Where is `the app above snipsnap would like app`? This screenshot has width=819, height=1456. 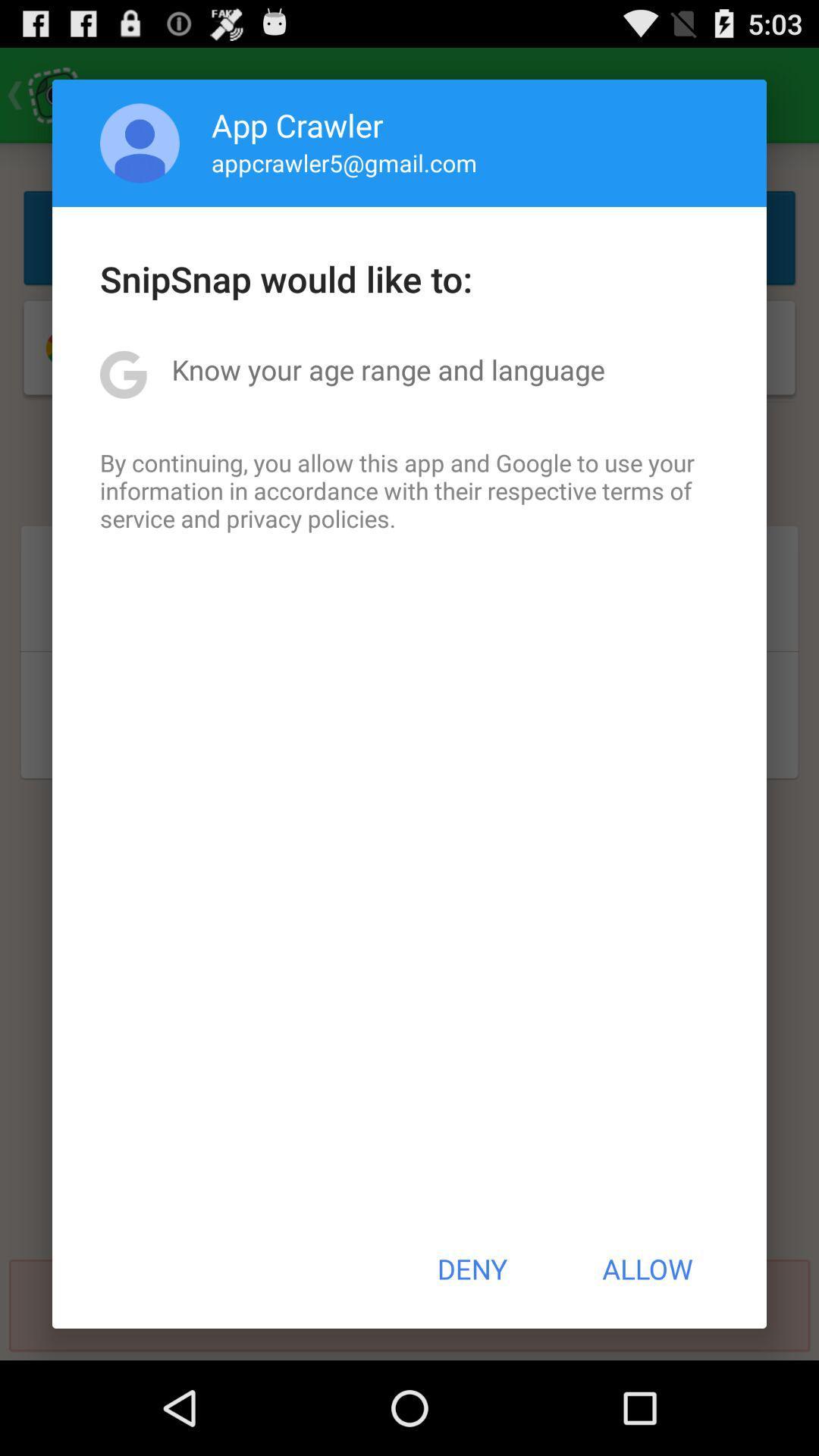
the app above snipsnap would like app is located at coordinates (344, 162).